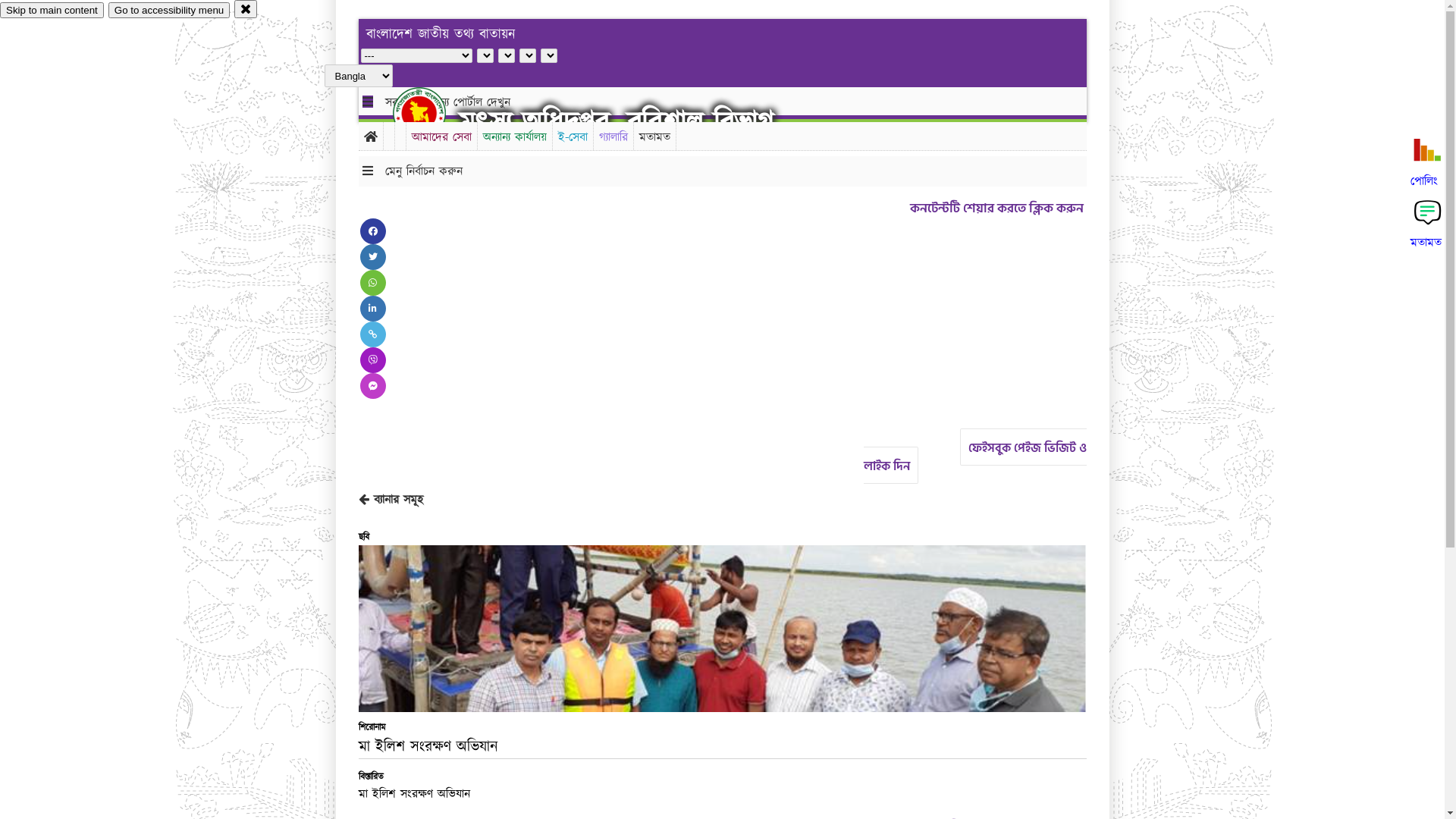 This screenshot has width=1456, height=819. I want to click on 'Skip to main content', so click(0, 10).